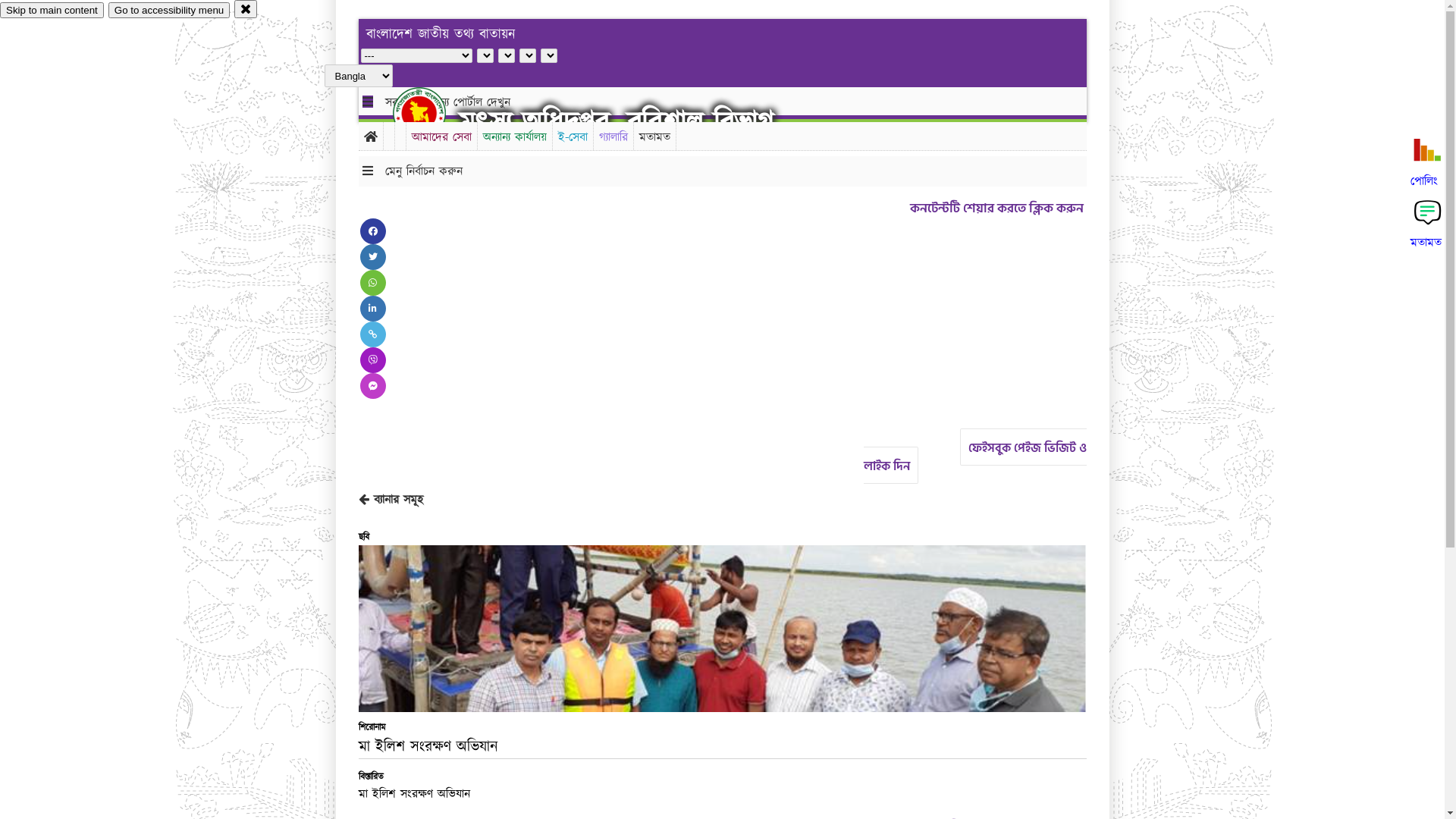 This screenshot has width=1456, height=819. I want to click on 'Skip to main content', so click(0, 10).